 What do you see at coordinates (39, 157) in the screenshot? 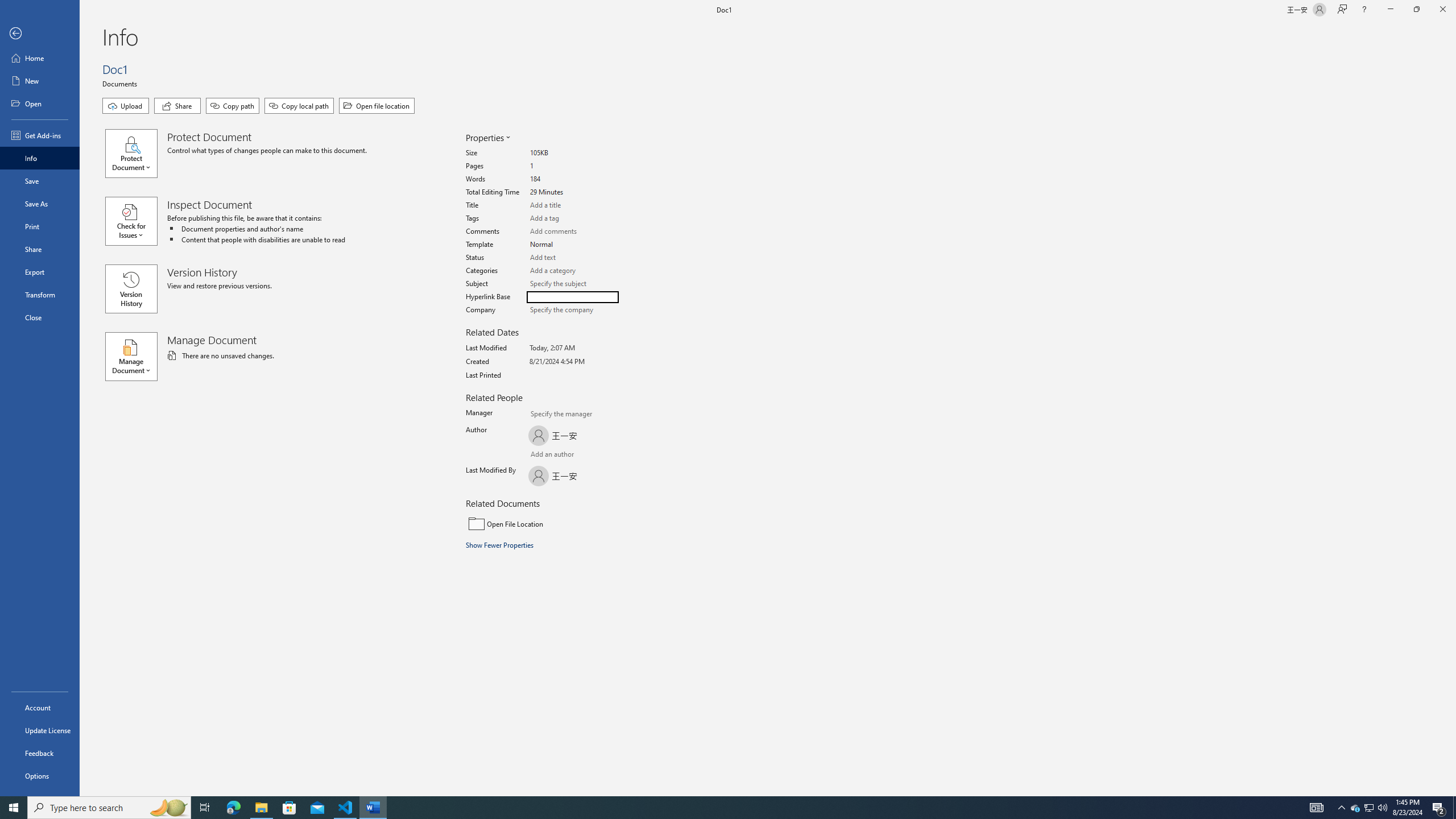
I see `'Info'` at bounding box center [39, 157].